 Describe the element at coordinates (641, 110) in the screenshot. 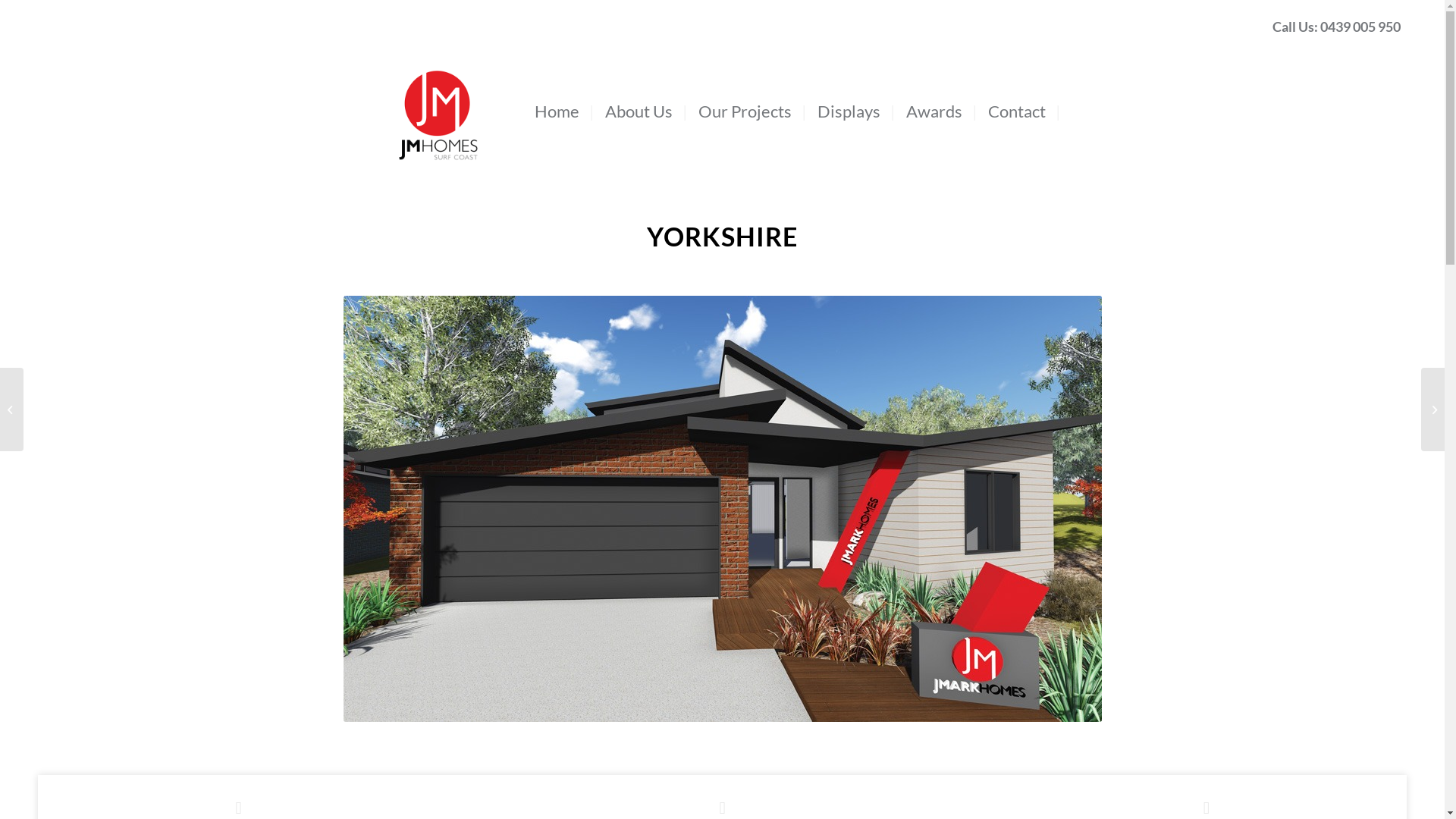

I see `'About Us'` at that location.